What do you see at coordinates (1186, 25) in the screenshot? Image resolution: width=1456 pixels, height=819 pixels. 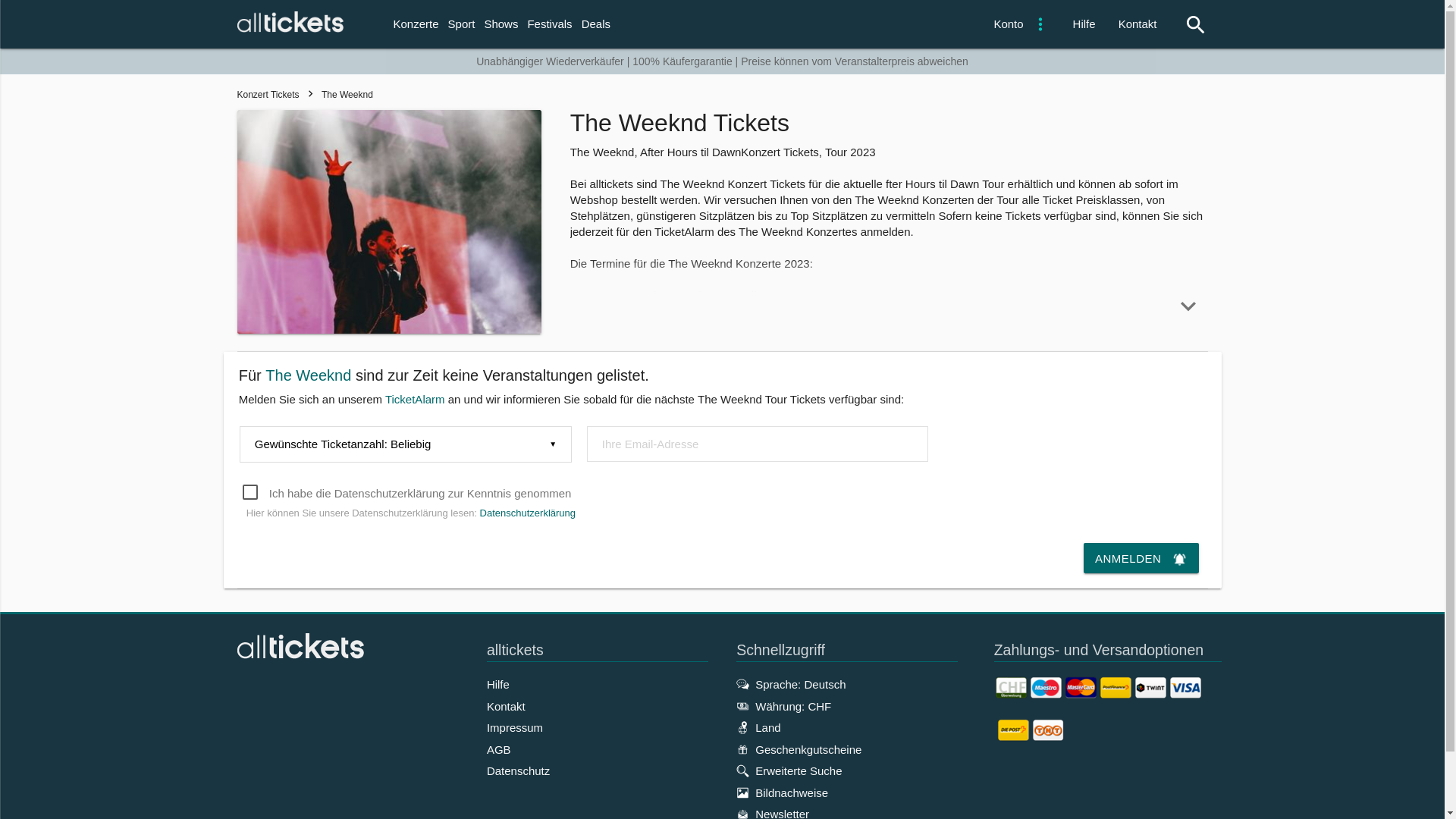 I see `'search'` at bounding box center [1186, 25].